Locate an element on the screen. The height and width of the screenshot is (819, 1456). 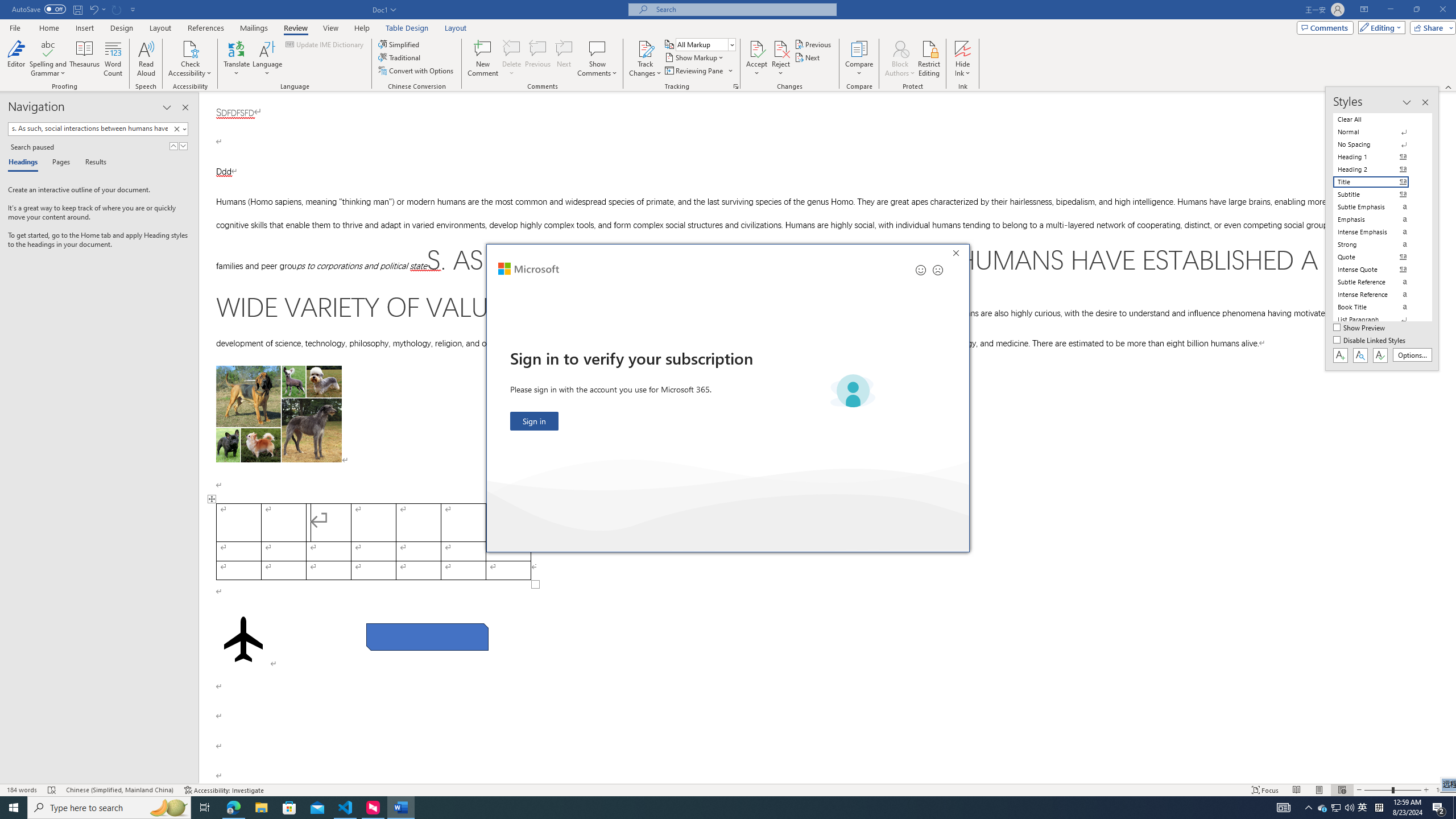
'Spelling and Grammar' is located at coordinates (48, 48).